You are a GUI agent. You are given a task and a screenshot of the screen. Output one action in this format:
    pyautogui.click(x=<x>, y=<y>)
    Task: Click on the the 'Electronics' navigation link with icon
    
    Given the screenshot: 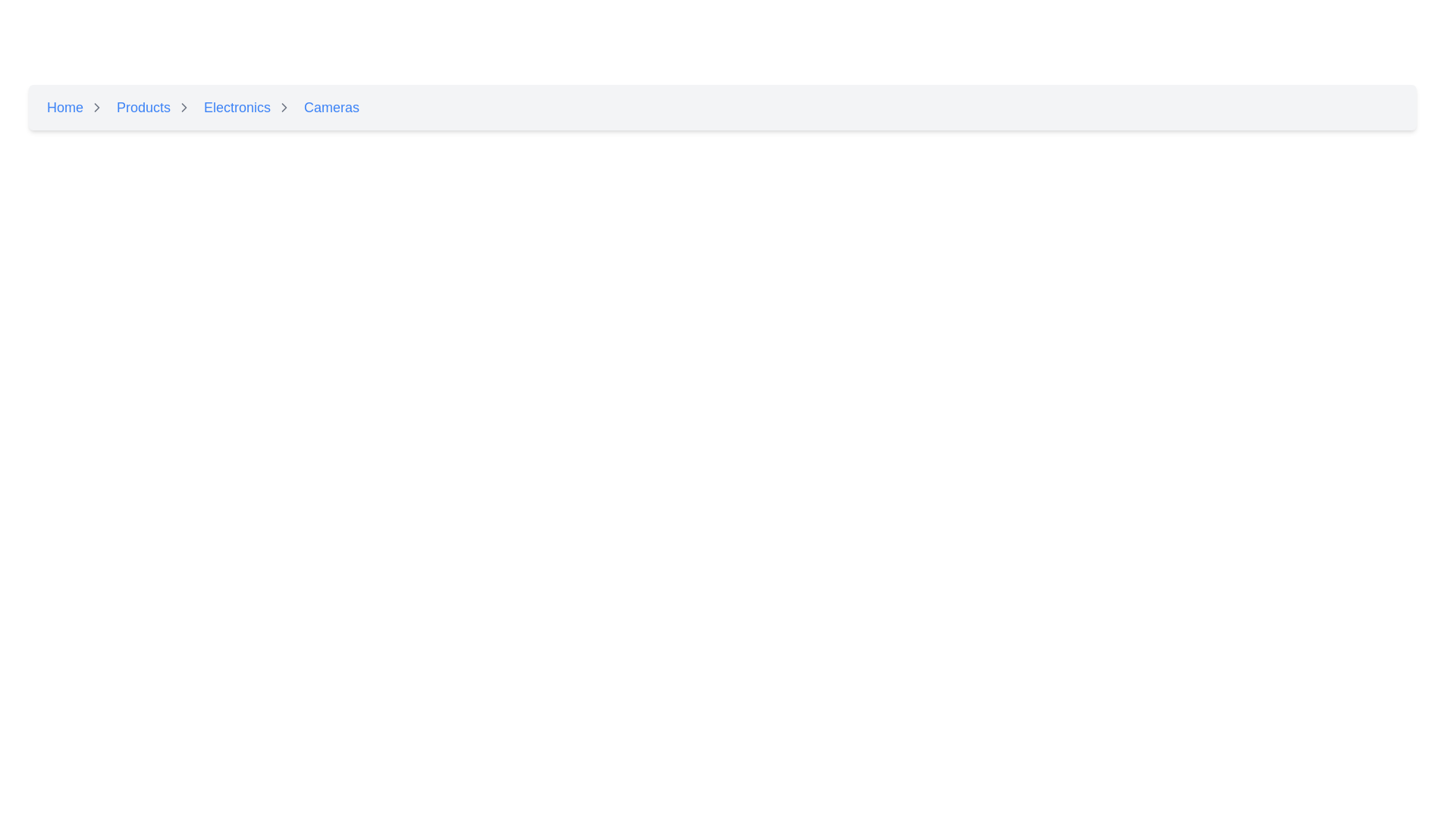 What is the action you would take?
    pyautogui.click(x=251, y=107)
    